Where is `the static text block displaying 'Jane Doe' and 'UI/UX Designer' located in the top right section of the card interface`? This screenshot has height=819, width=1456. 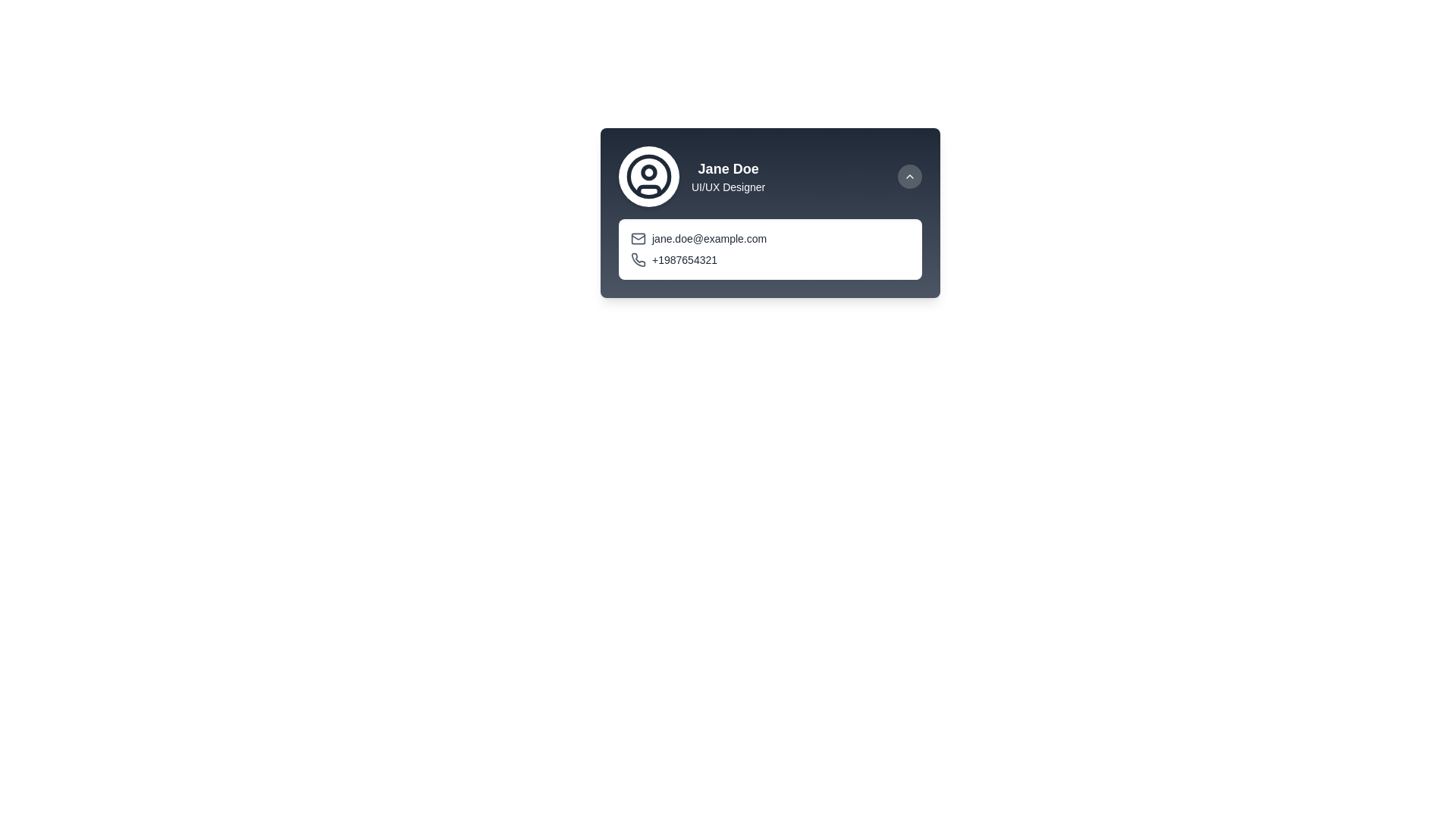
the static text block displaying 'Jane Doe' and 'UI/UX Designer' located in the top right section of the card interface is located at coordinates (728, 175).